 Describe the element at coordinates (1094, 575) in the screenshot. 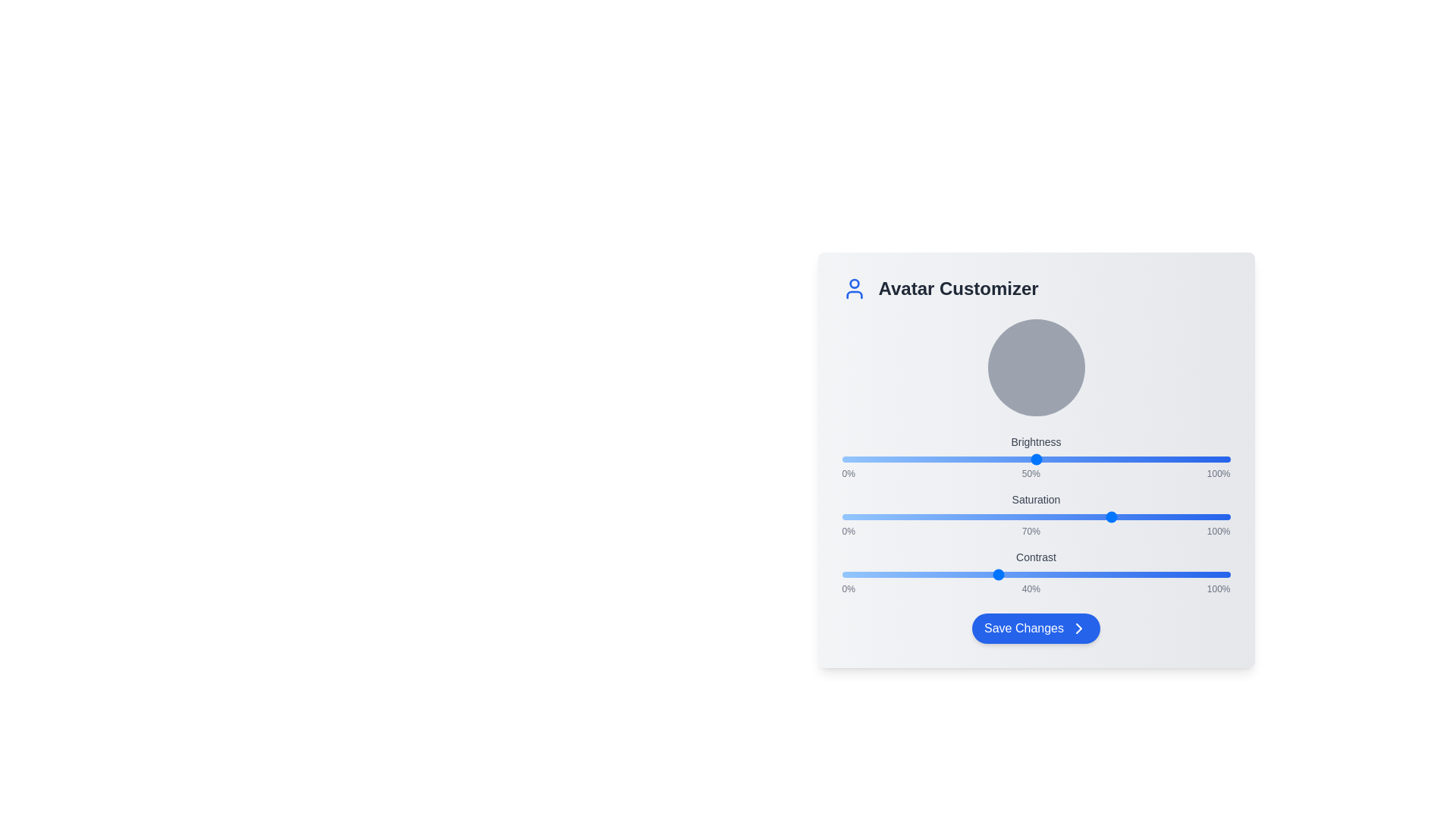

I see `the contrast slider to 65%` at that location.